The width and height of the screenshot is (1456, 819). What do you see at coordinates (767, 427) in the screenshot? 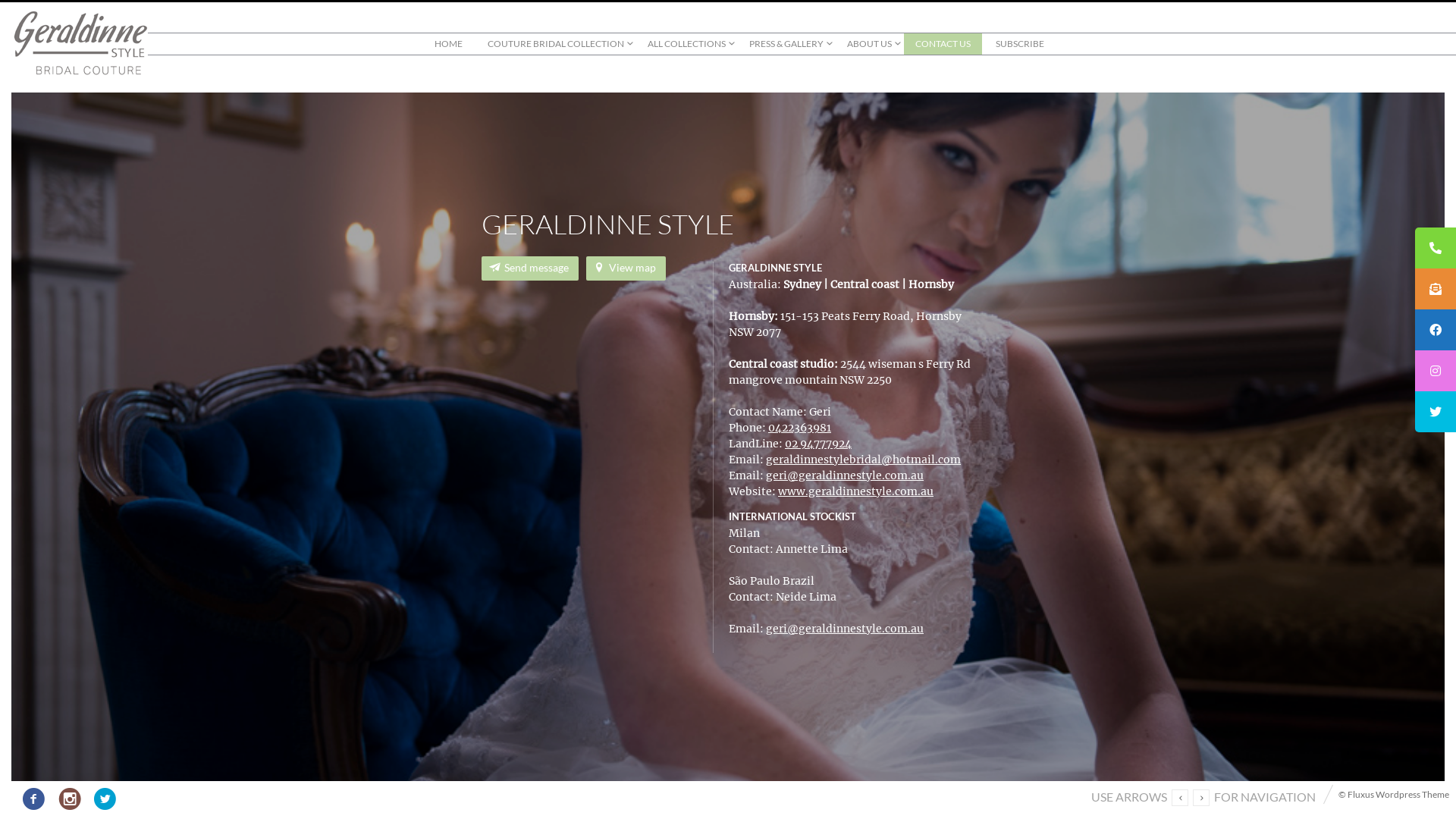
I see `'0422363981'` at bounding box center [767, 427].